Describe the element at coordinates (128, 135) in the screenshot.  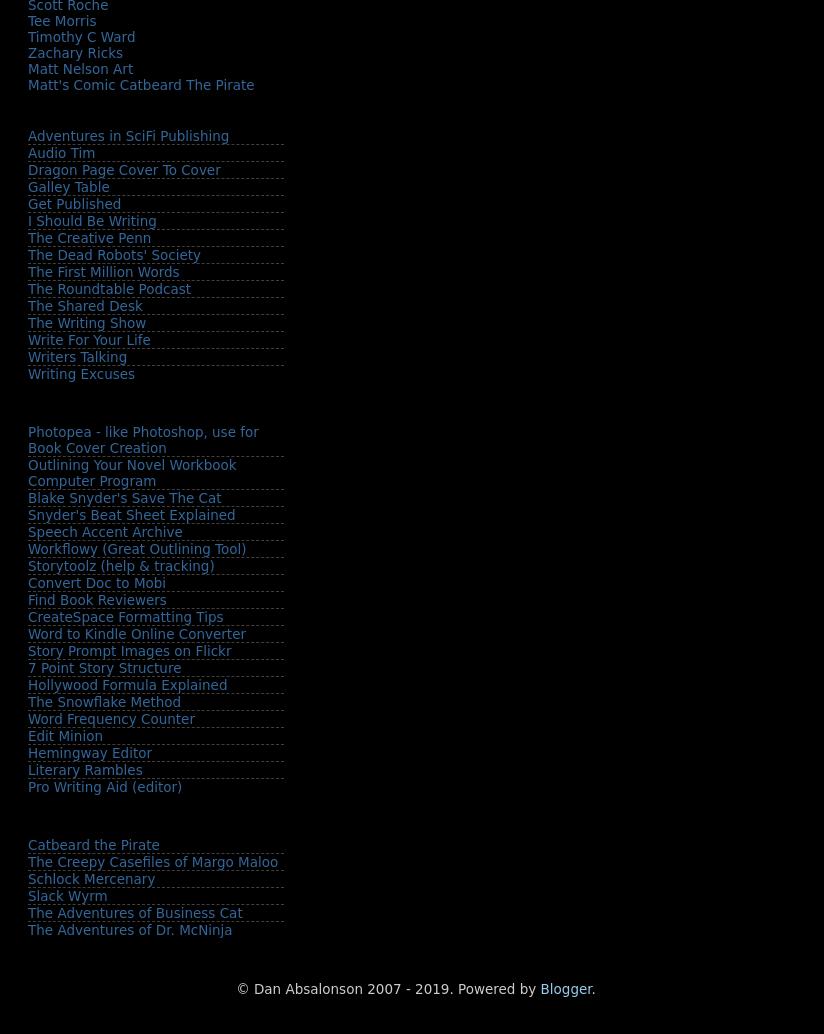
I see `'Adventures in SciFi Publishing'` at that location.